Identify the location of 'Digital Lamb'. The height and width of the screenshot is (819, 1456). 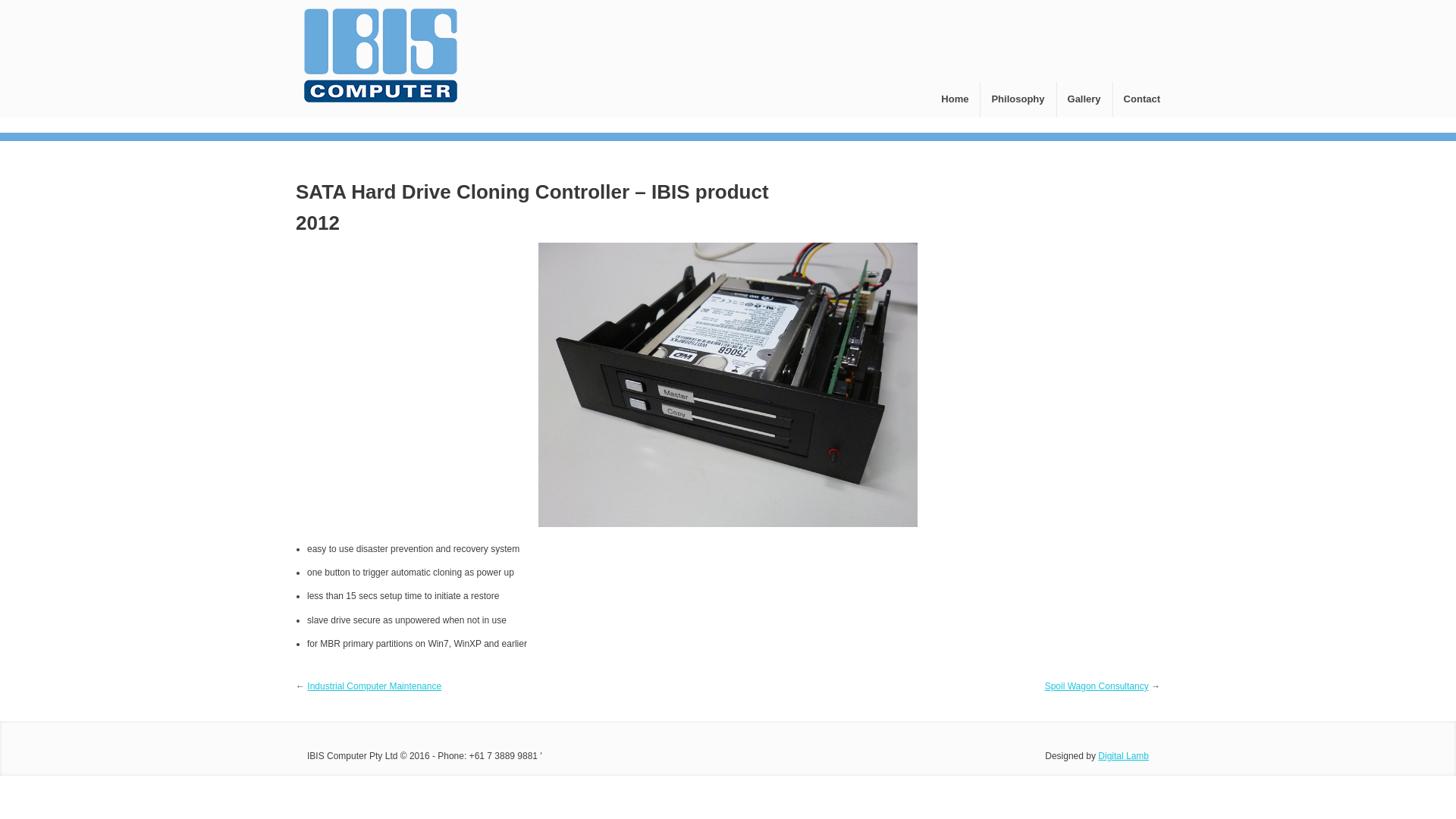
(1123, 755).